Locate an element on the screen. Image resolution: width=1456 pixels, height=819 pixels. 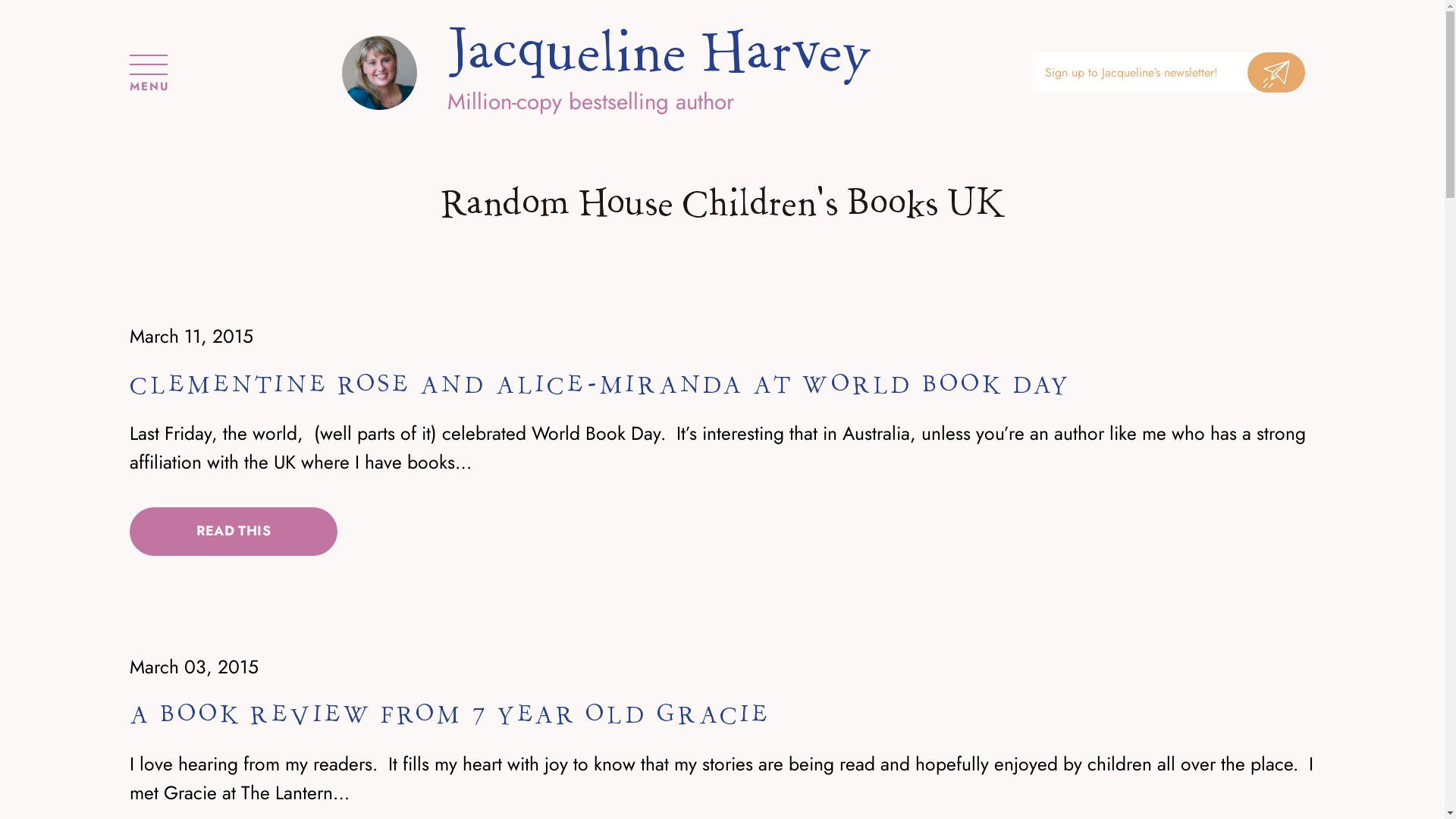
'Jacqueline Harvey' is located at coordinates (659, 52).